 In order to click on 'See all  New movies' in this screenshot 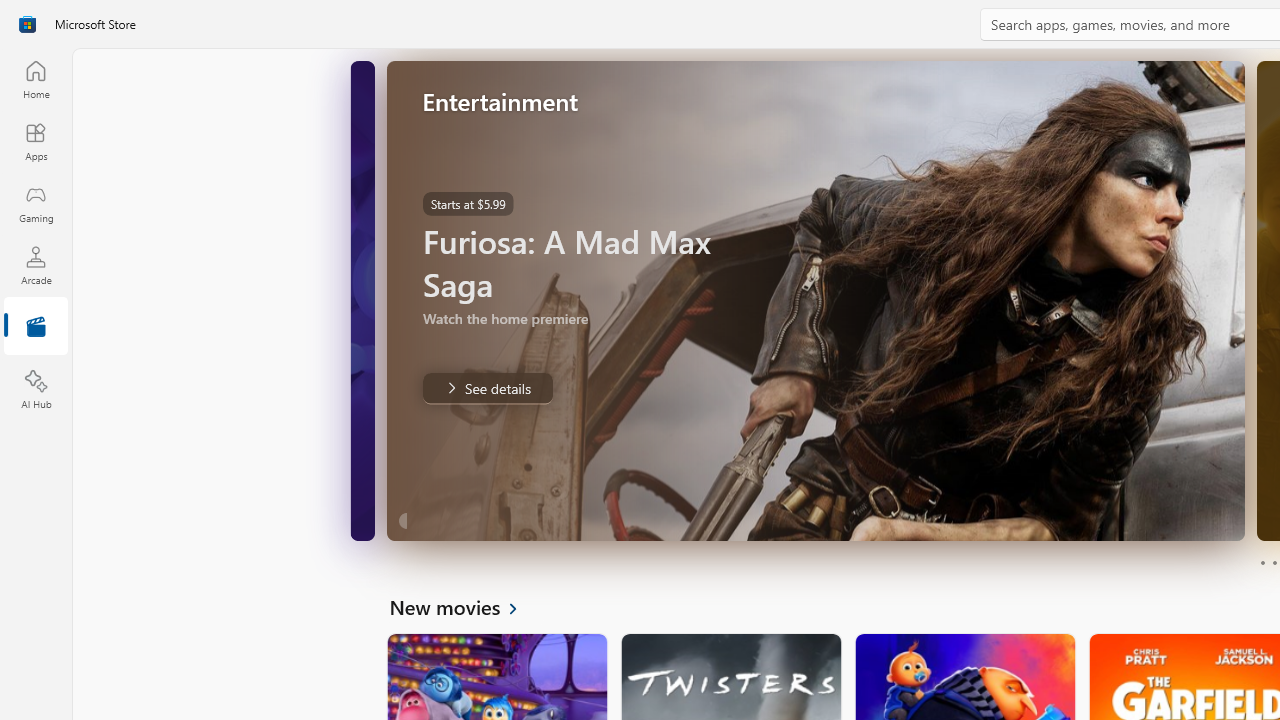, I will do `click(464, 605)`.